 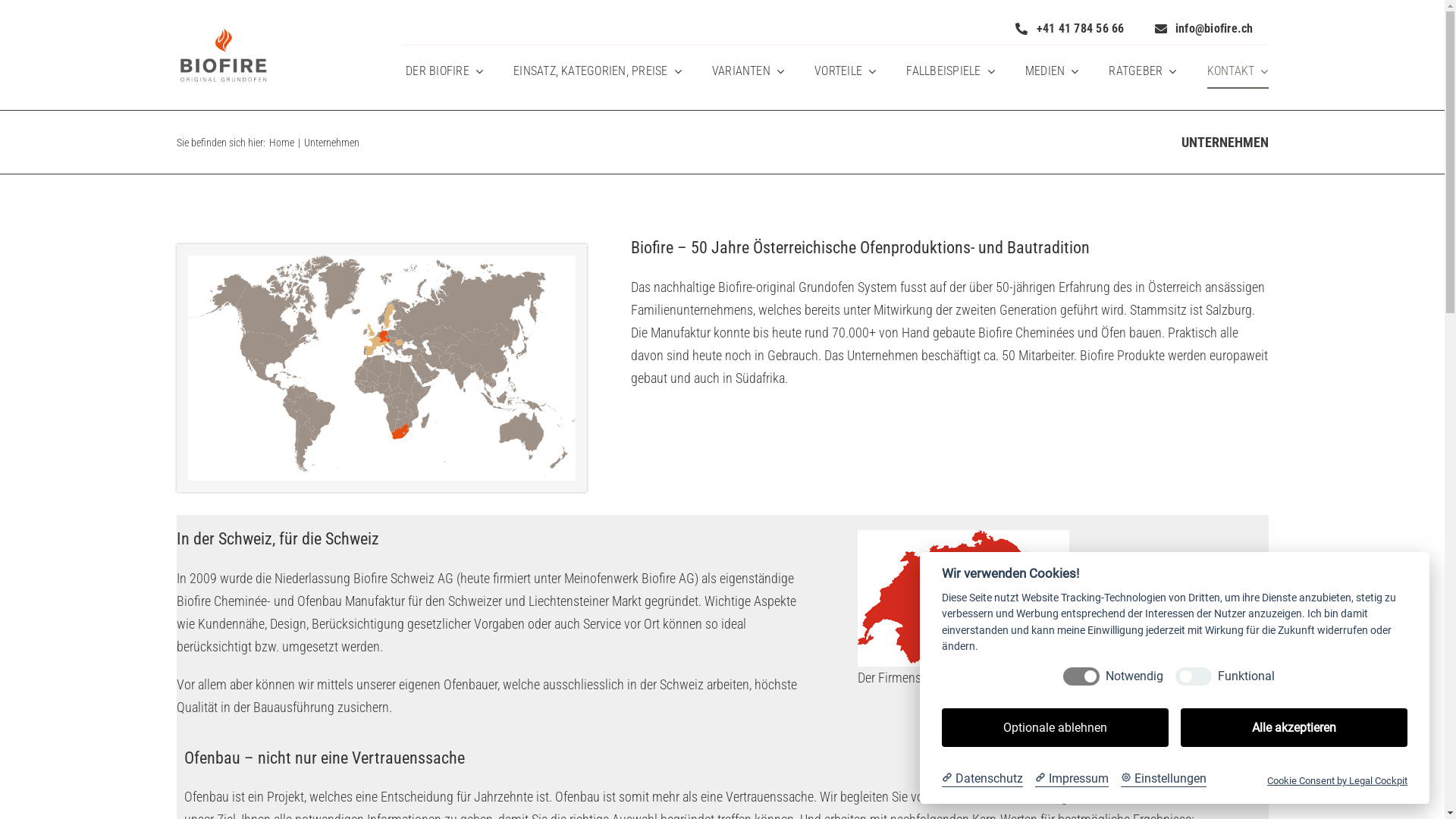 I want to click on 'VARIANTEN', so click(x=748, y=71).